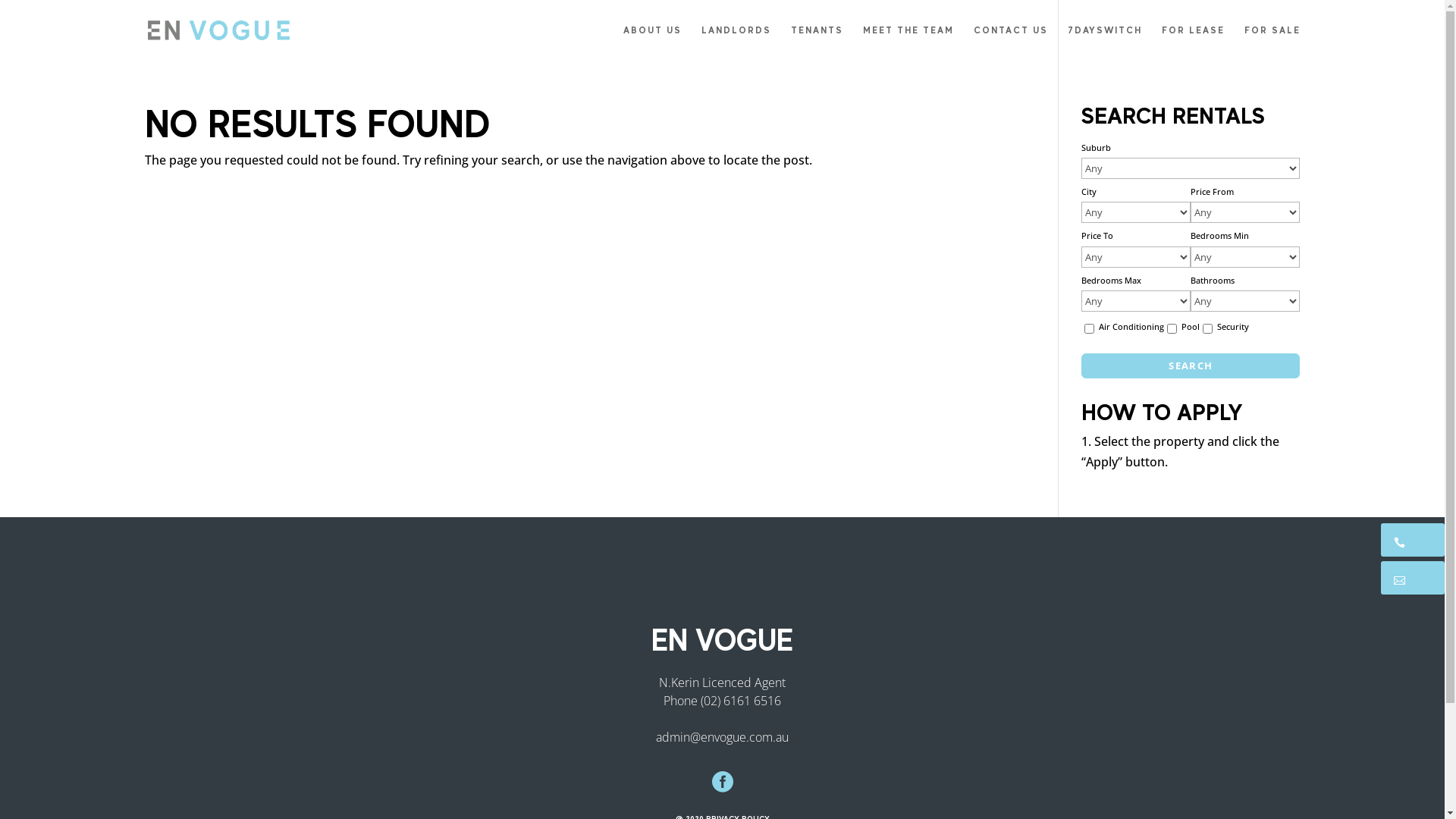 This screenshot has width=1456, height=819. Describe the element at coordinates (700, 42) in the screenshot. I see `'LANDLORDS'` at that location.